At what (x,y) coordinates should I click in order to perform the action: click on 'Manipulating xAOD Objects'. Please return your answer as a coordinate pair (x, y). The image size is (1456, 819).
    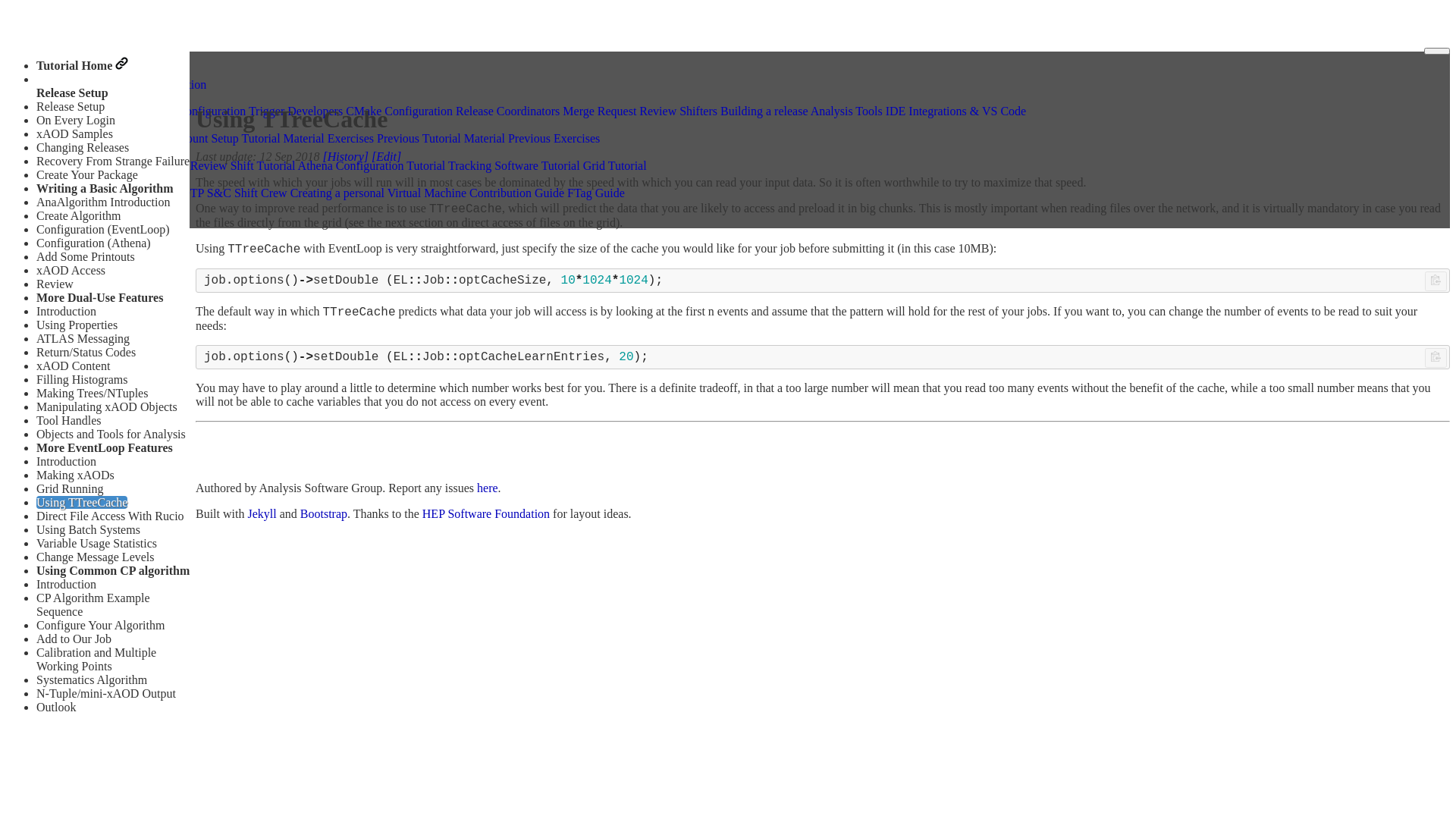
    Looking at the image, I should click on (105, 406).